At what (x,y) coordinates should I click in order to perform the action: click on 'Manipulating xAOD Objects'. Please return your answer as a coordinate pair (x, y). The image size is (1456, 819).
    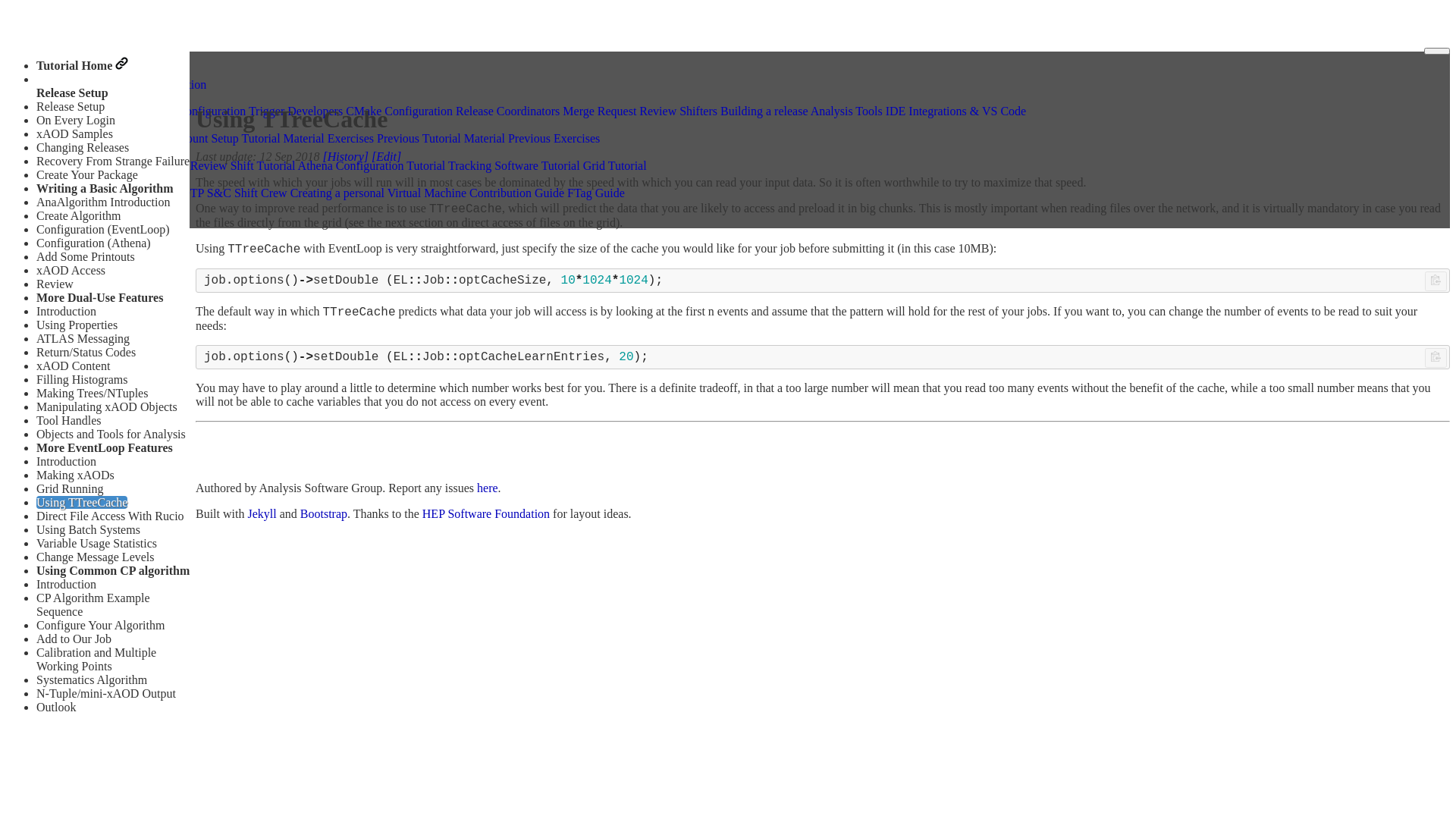
    Looking at the image, I should click on (105, 406).